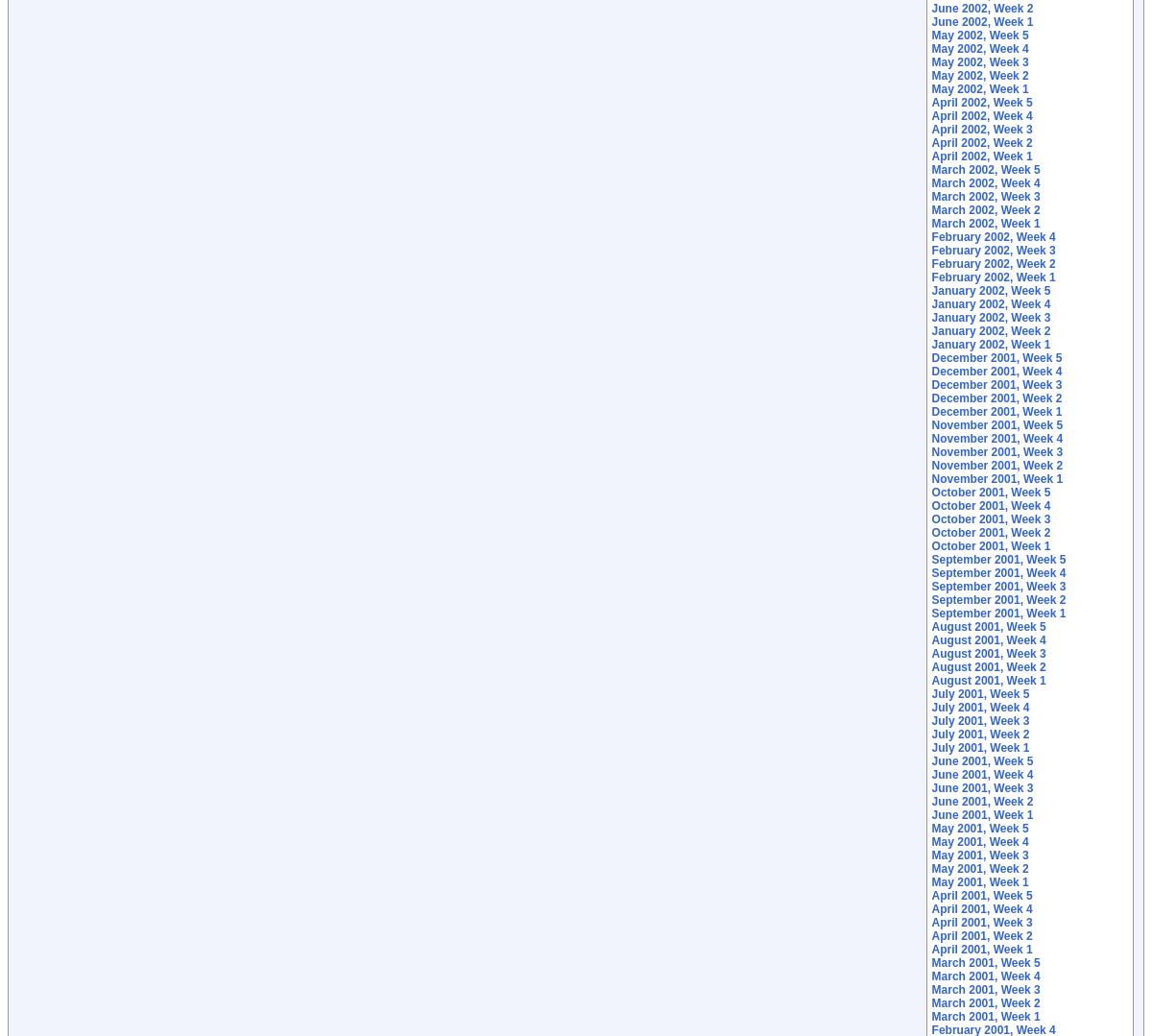  What do you see at coordinates (979, 828) in the screenshot?
I see `'May 2001, Week 5'` at bounding box center [979, 828].